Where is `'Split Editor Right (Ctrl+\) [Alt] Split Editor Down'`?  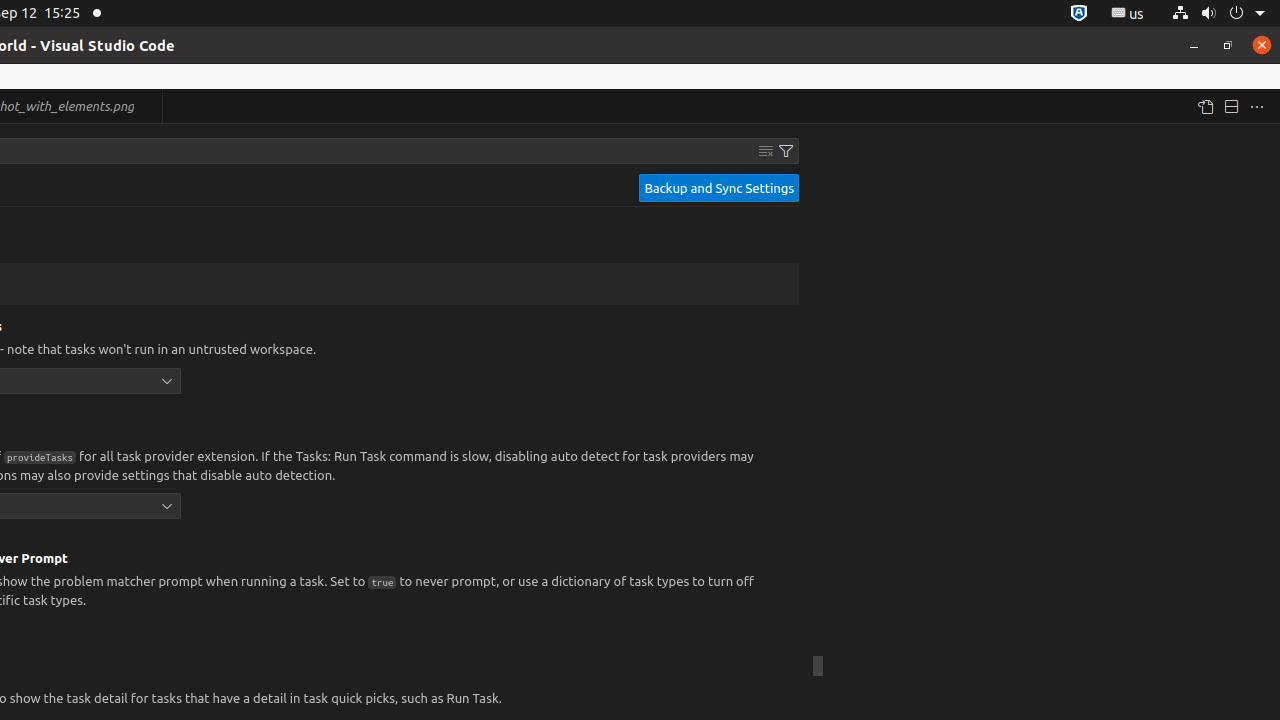 'Split Editor Right (Ctrl+\) [Alt] Split Editor Down' is located at coordinates (1229, 106).